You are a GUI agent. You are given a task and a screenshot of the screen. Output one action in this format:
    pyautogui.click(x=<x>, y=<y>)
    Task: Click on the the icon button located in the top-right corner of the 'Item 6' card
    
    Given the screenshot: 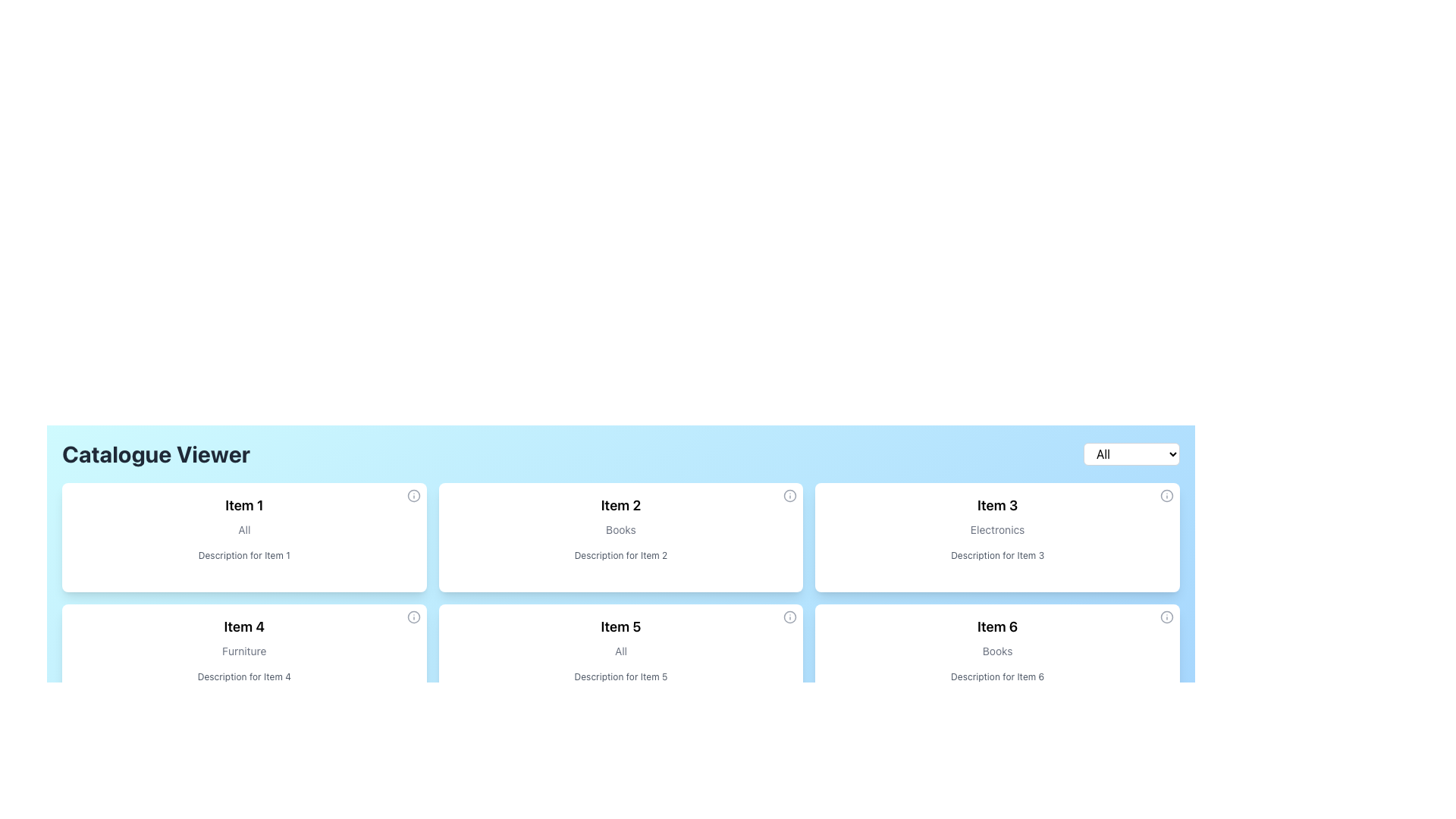 What is the action you would take?
    pyautogui.click(x=1166, y=617)
    